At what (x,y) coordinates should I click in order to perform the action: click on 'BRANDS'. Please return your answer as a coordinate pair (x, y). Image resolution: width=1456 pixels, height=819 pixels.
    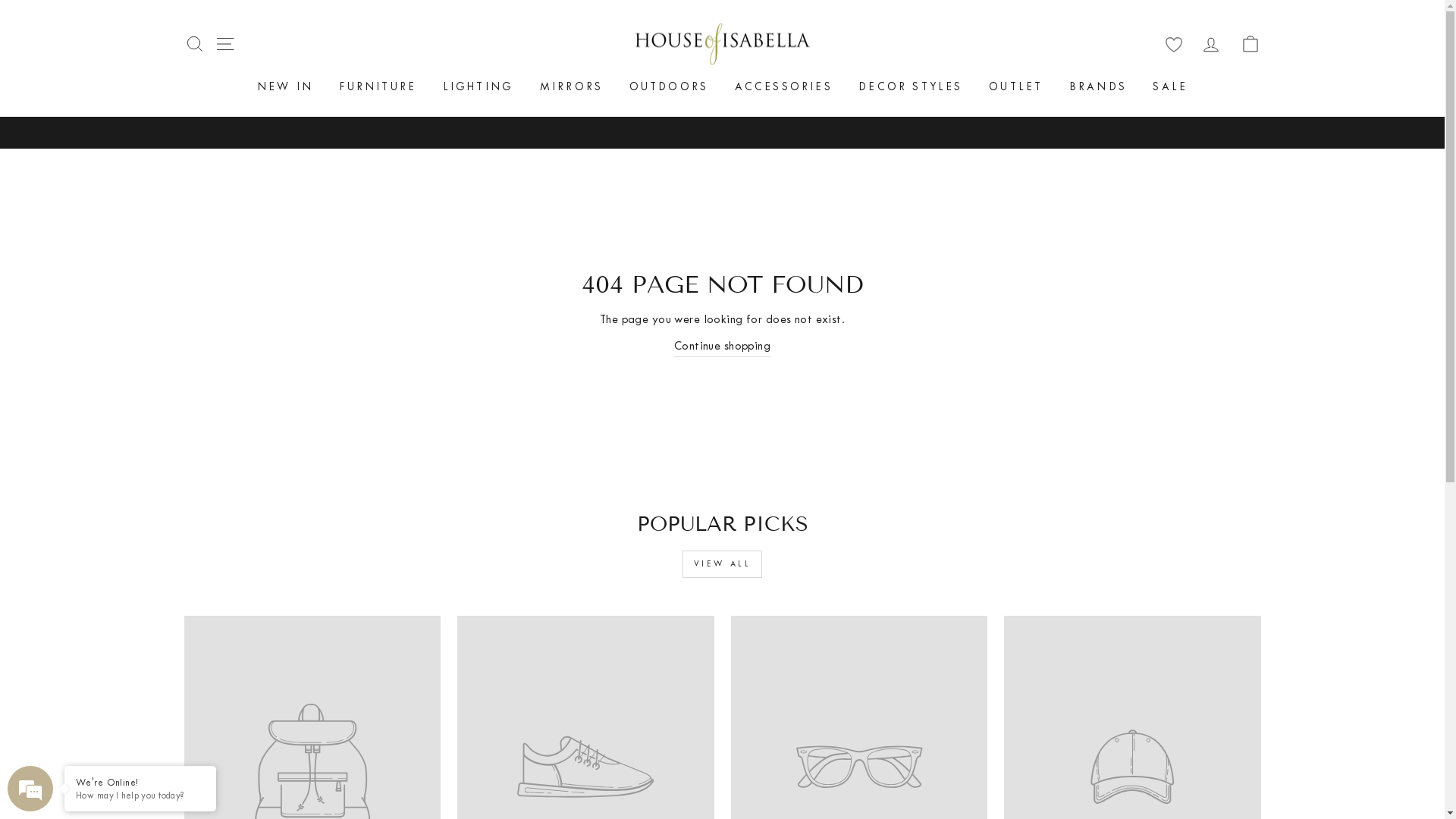
    Looking at the image, I should click on (1057, 86).